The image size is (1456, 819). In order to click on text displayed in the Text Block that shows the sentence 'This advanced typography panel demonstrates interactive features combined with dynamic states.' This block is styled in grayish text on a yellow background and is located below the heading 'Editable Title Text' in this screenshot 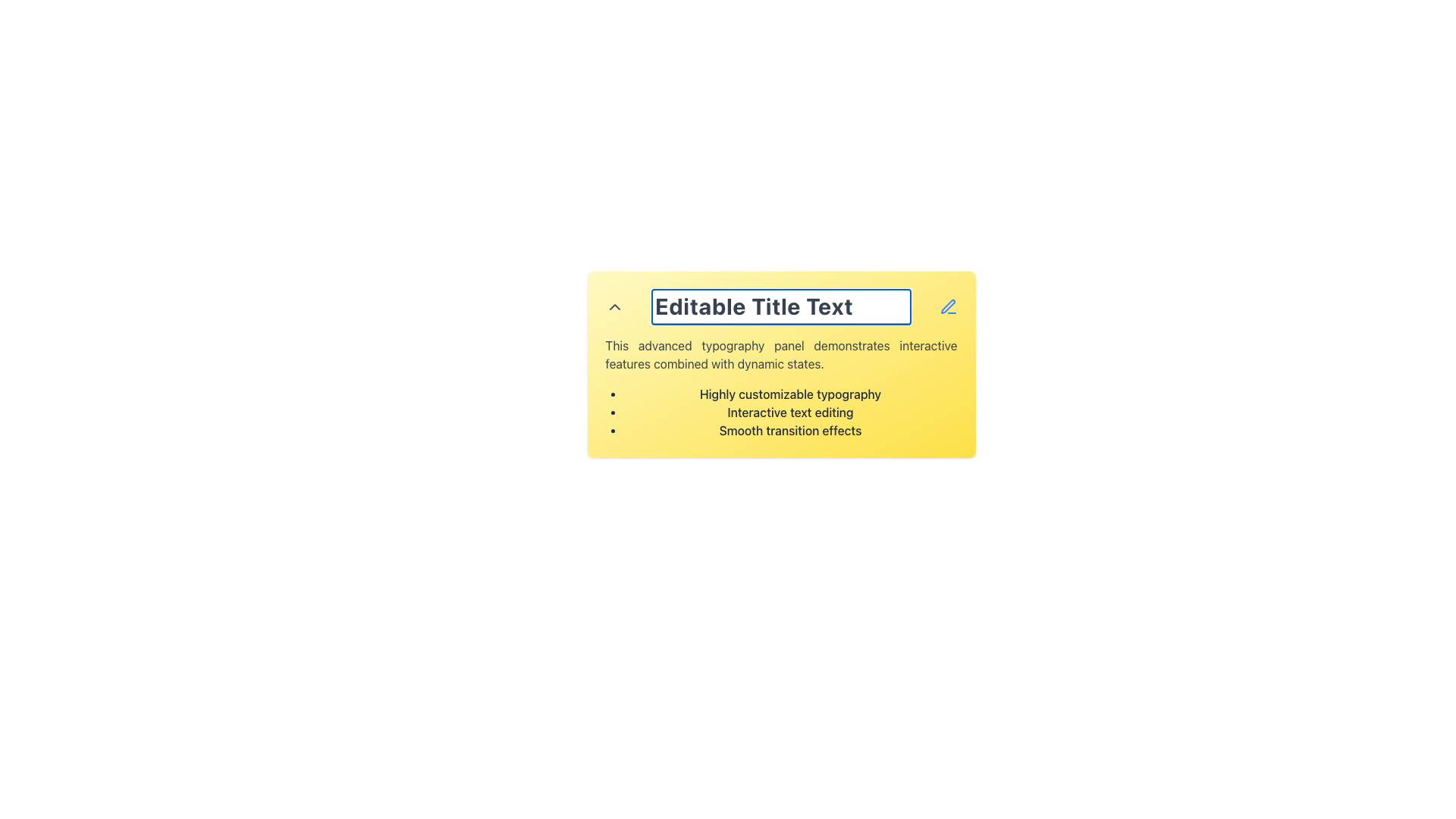, I will do `click(781, 354)`.